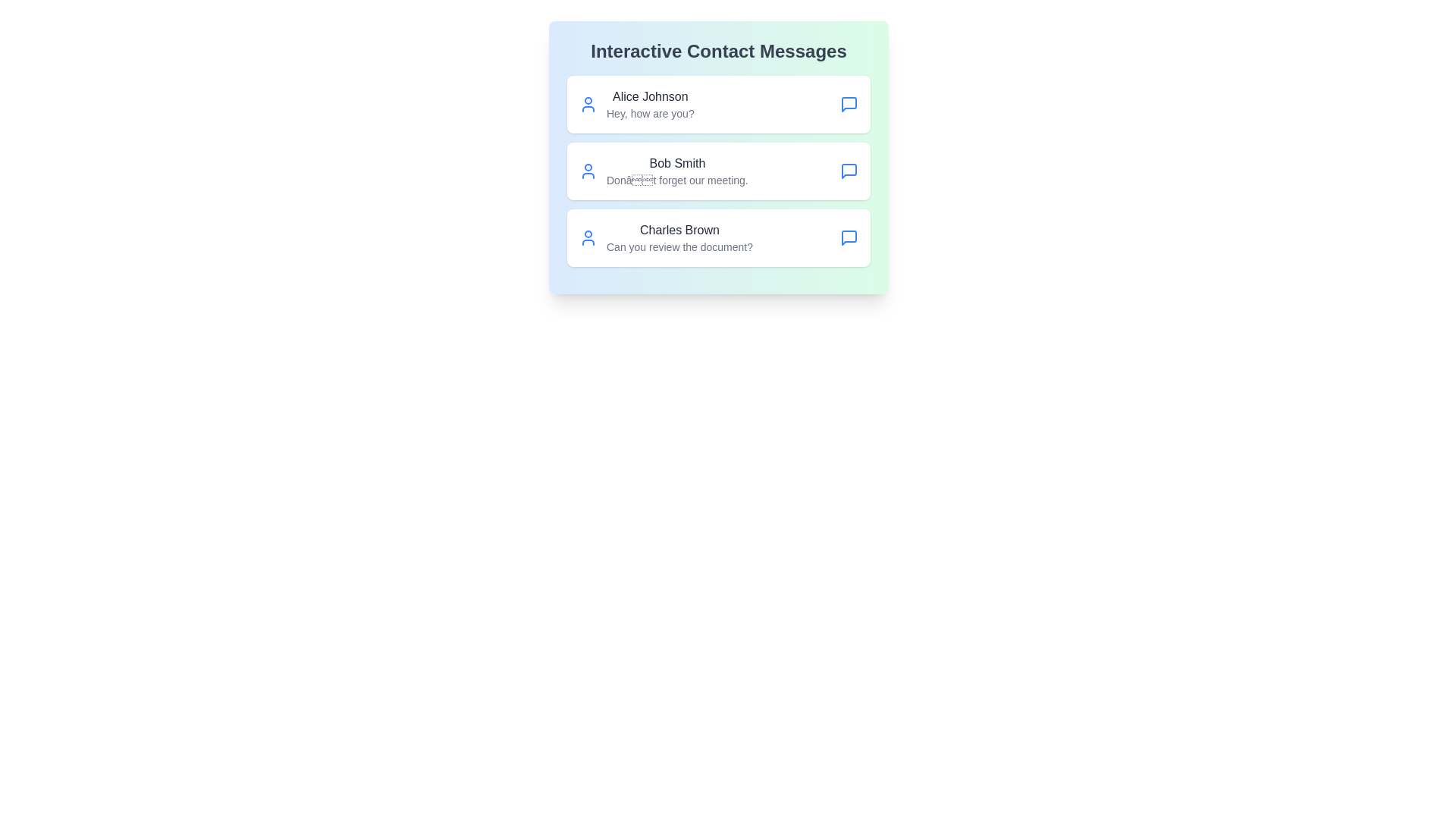 The height and width of the screenshot is (819, 1456). I want to click on message icon next to the contact named Bob Smith, so click(848, 171).